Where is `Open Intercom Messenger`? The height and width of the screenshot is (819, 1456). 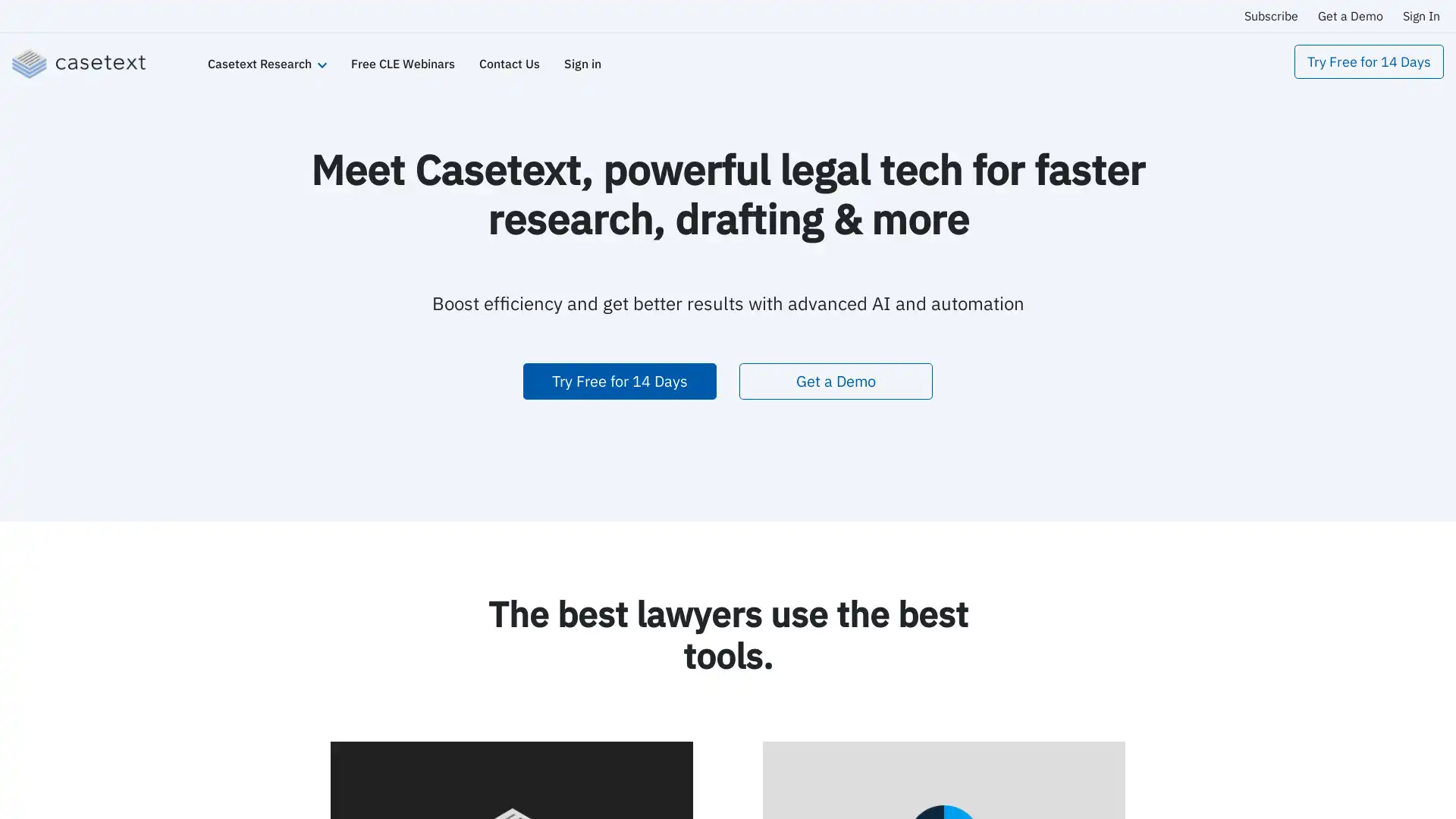
Open Intercom Messenger is located at coordinates (1417, 780).